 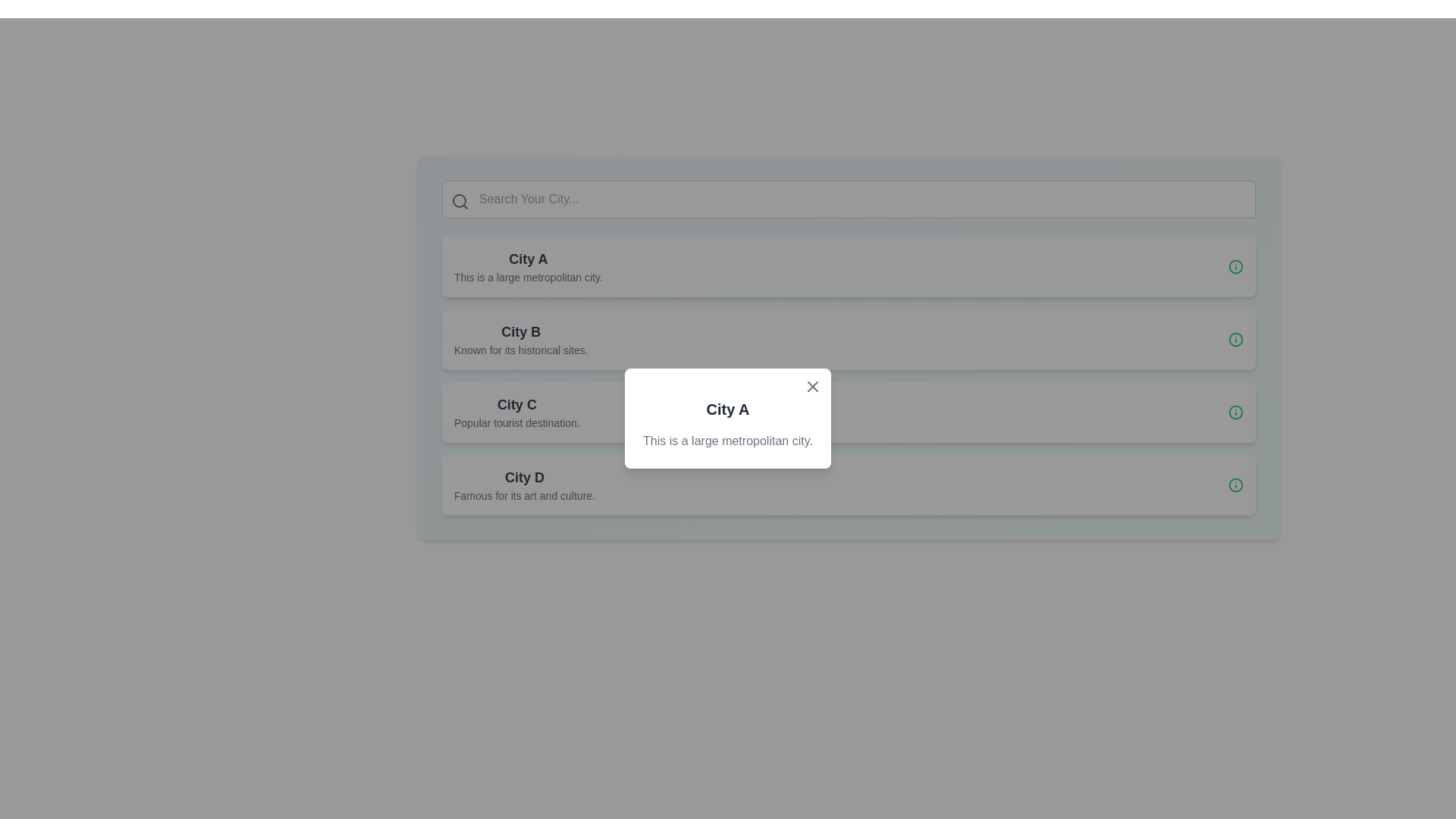 What do you see at coordinates (811, 385) in the screenshot?
I see `the 'X' icon button located at the top-right corner of the white card titled 'City A'` at bounding box center [811, 385].